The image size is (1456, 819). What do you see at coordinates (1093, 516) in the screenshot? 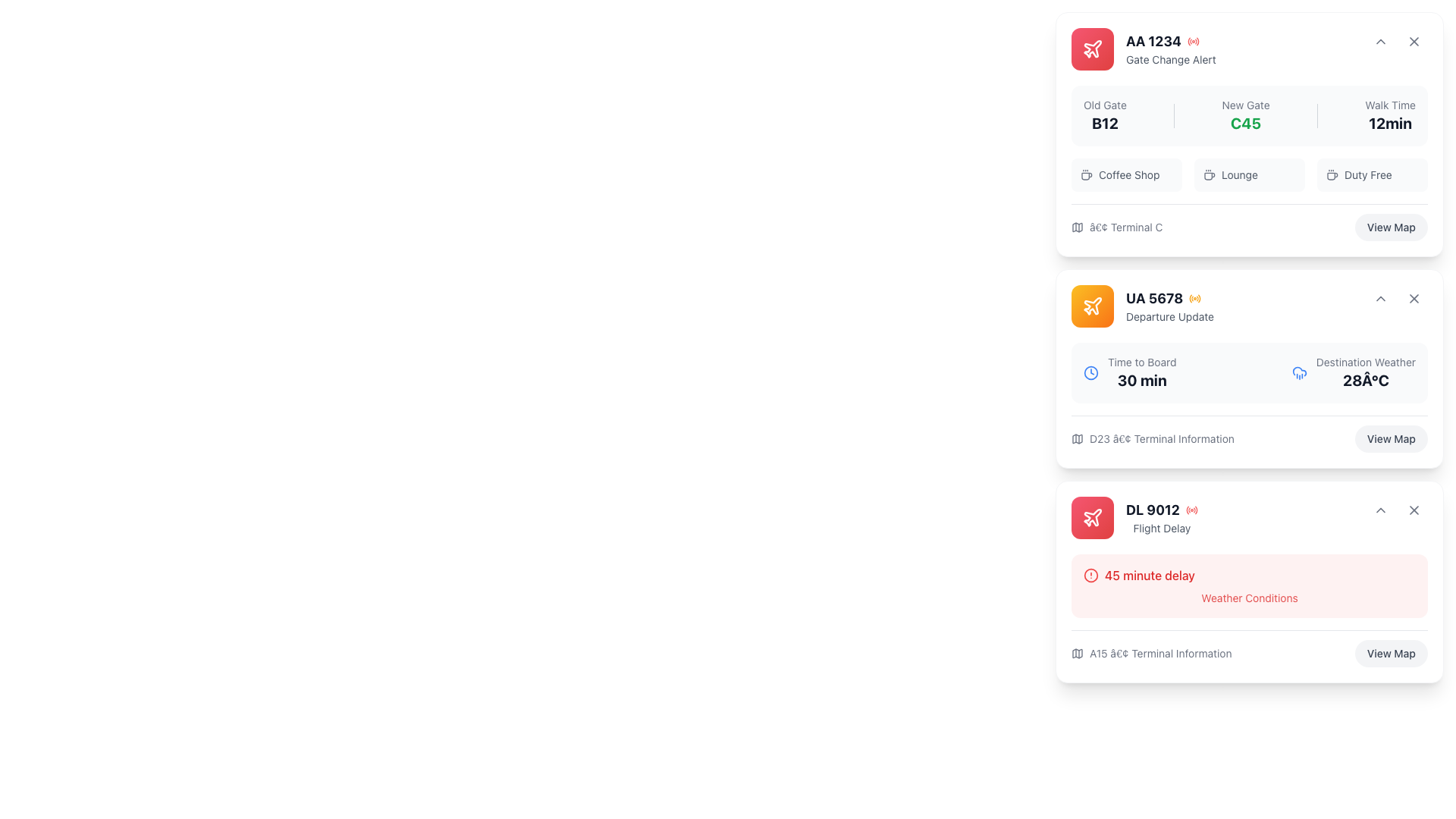
I see `the small red plane icon located at the top-left corner of the 'AA 1234 Gate Change Alert' card, which symbolizes flight-related features` at bounding box center [1093, 516].